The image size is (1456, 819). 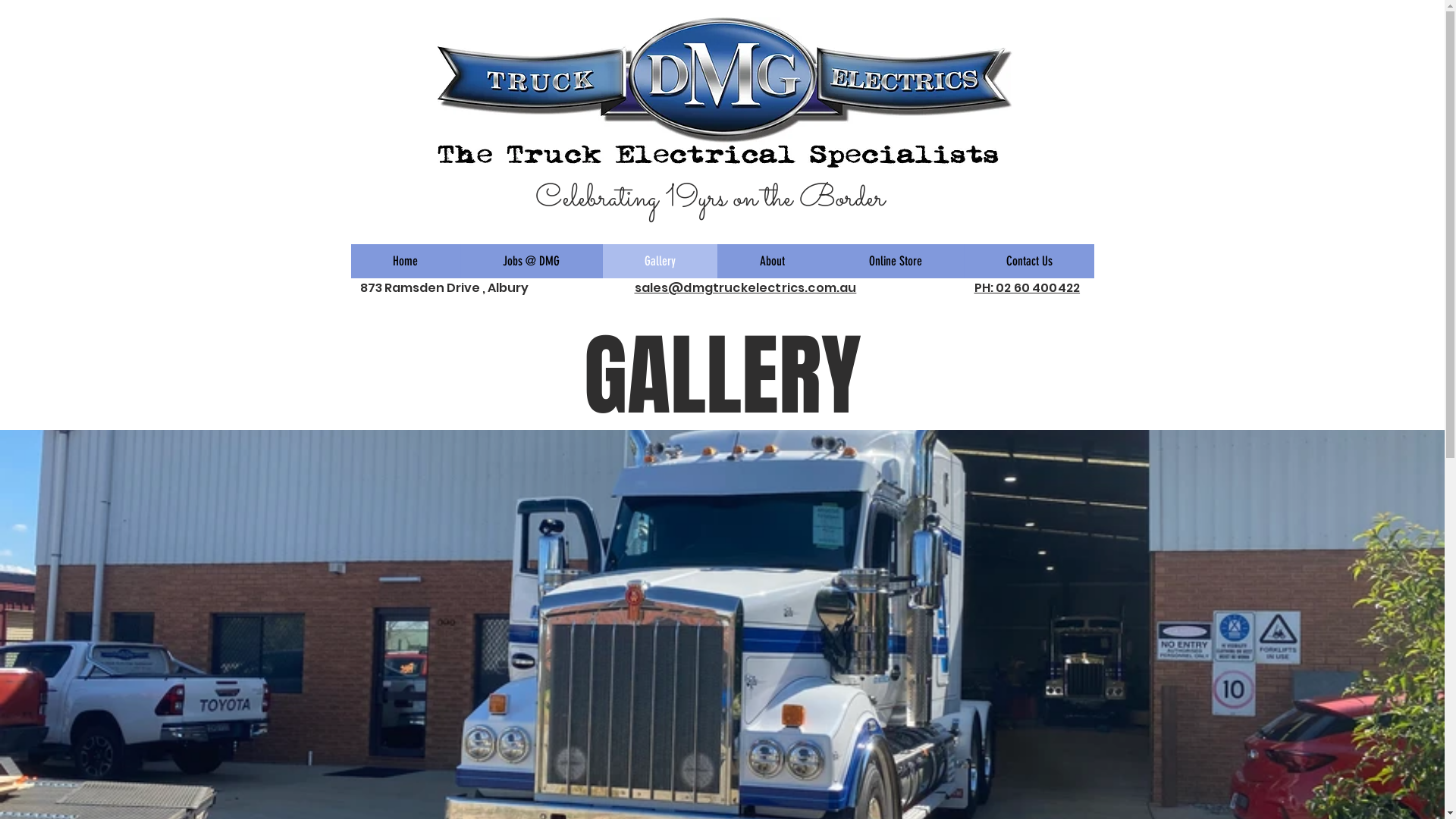 What do you see at coordinates (404, 260) in the screenshot?
I see `'Home'` at bounding box center [404, 260].